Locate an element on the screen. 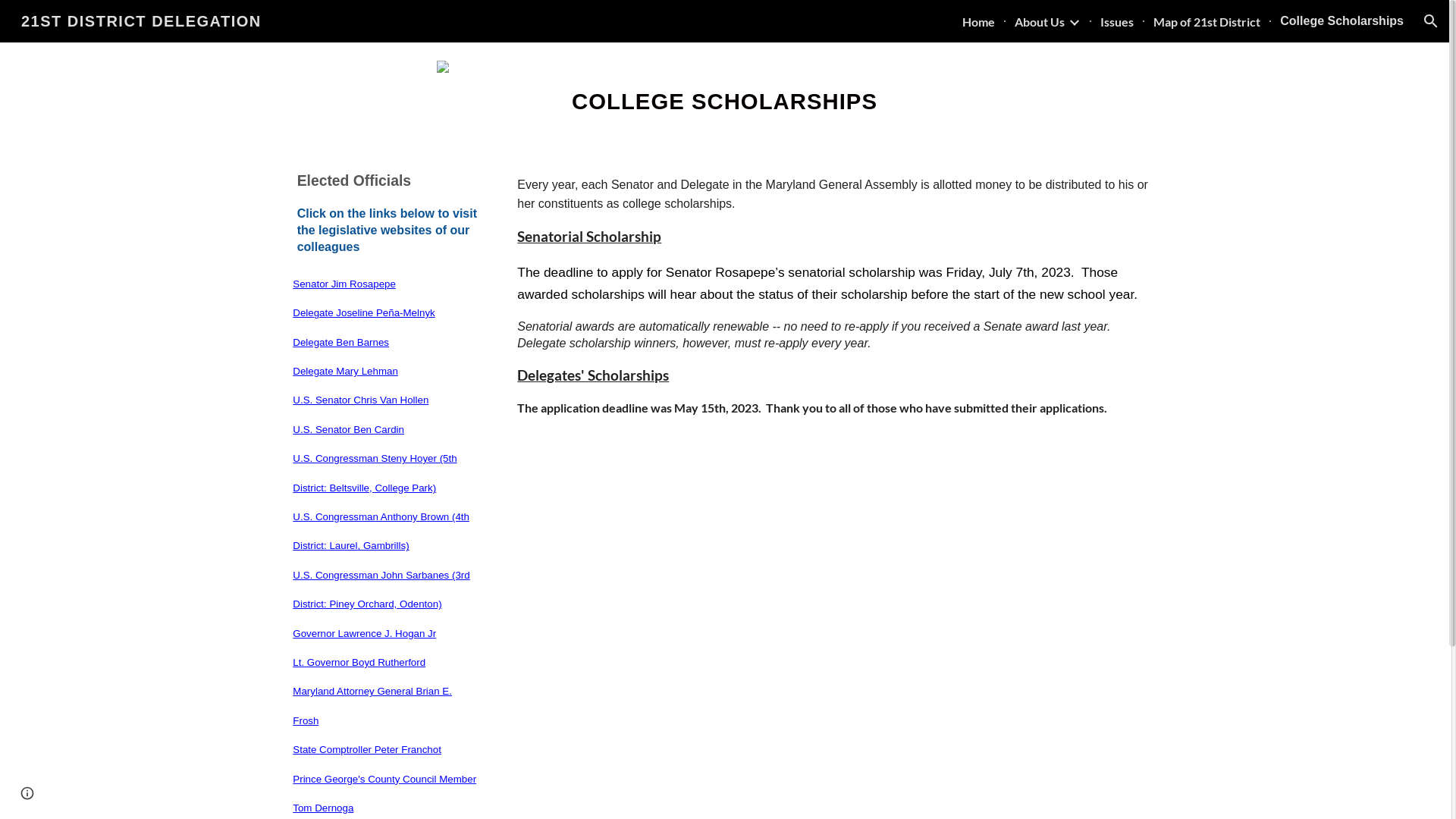 This screenshot has width=1456, height=819. 'Issues' is located at coordinates (1100, 20).